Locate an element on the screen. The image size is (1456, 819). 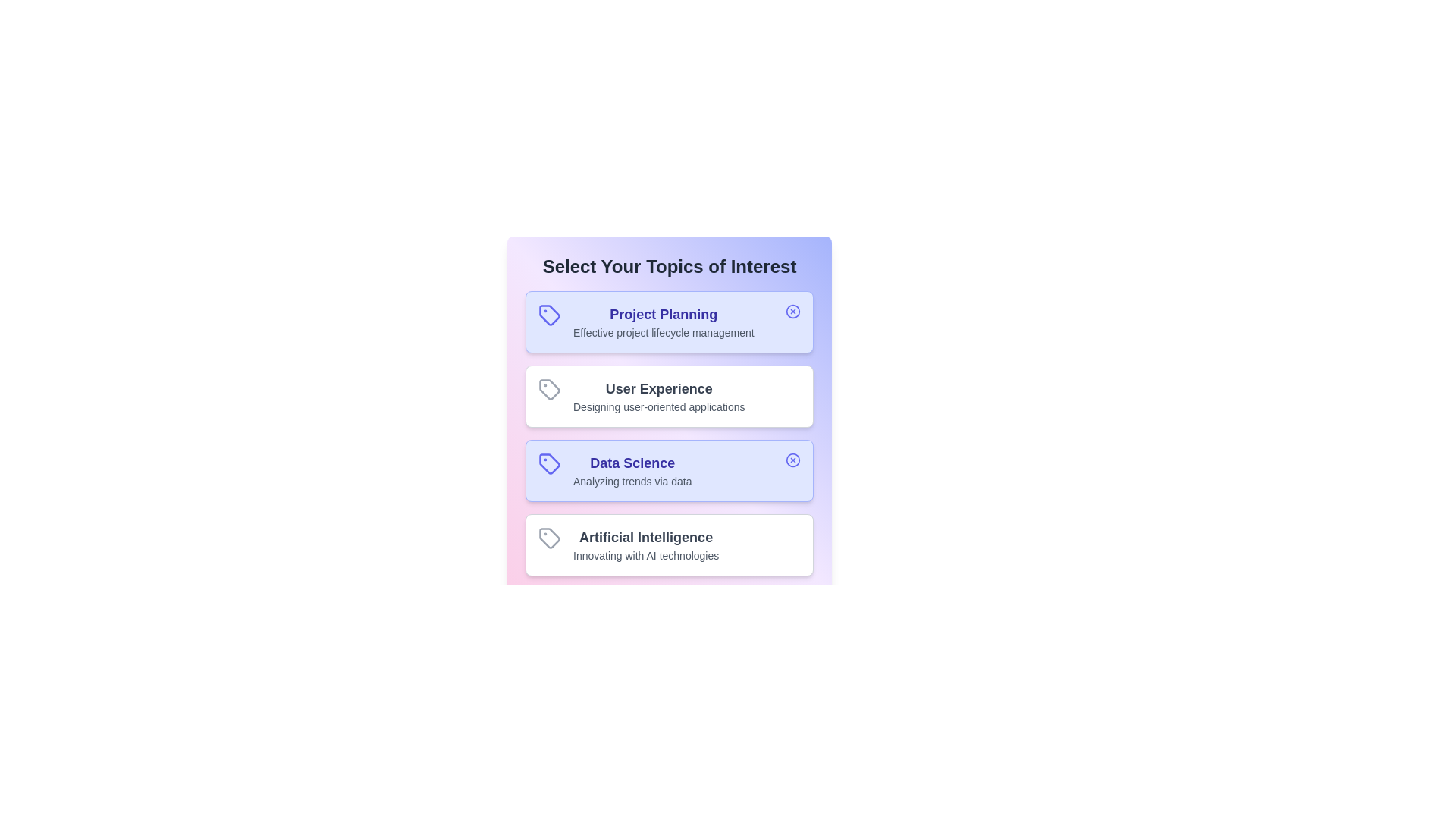
the topic card labeled 'Artificial Intelligence' to observe UI changes is located at coordinates (669, 544).